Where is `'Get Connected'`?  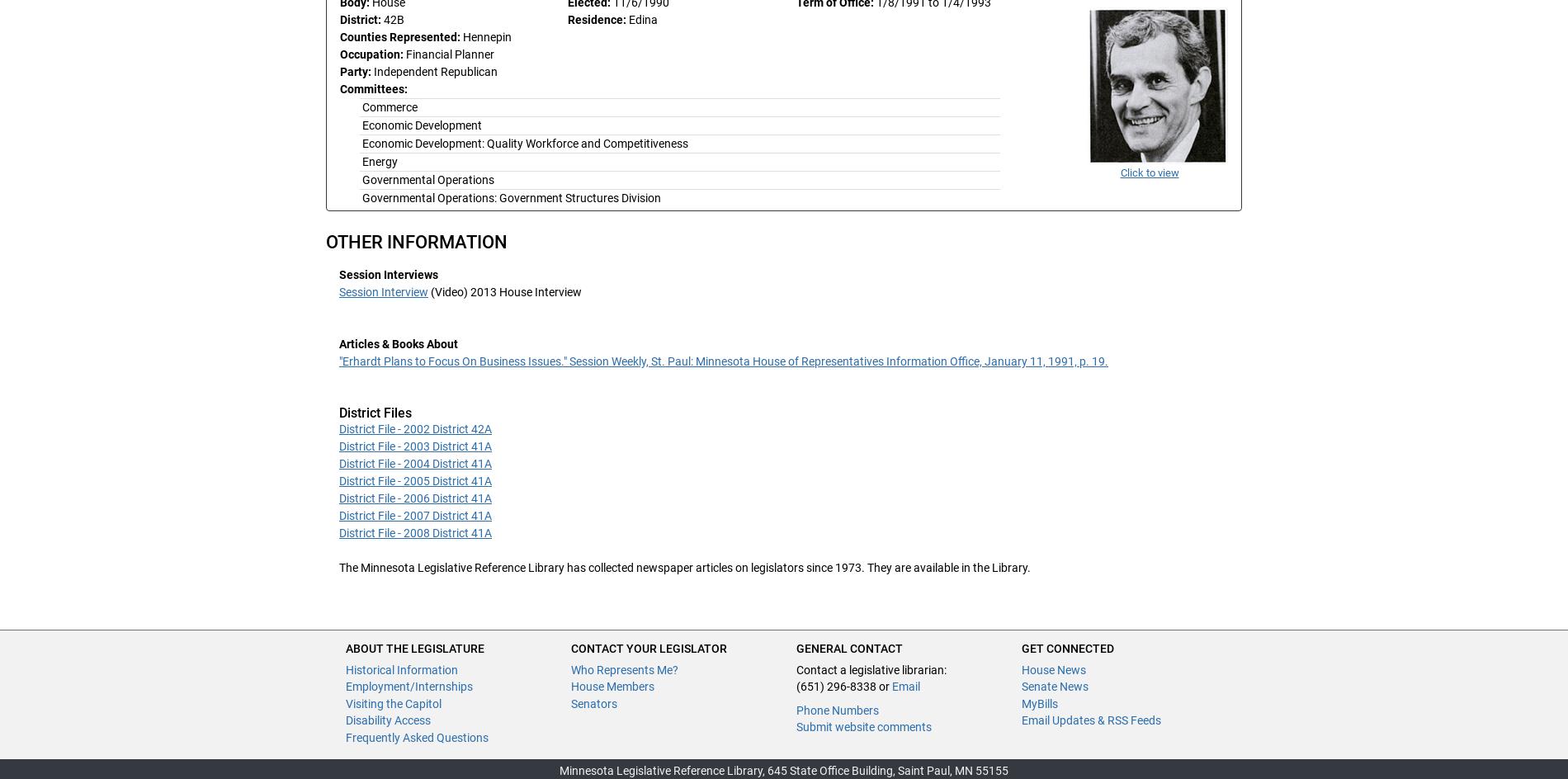 'Get Connected' is located at coordinates (1067, 647).